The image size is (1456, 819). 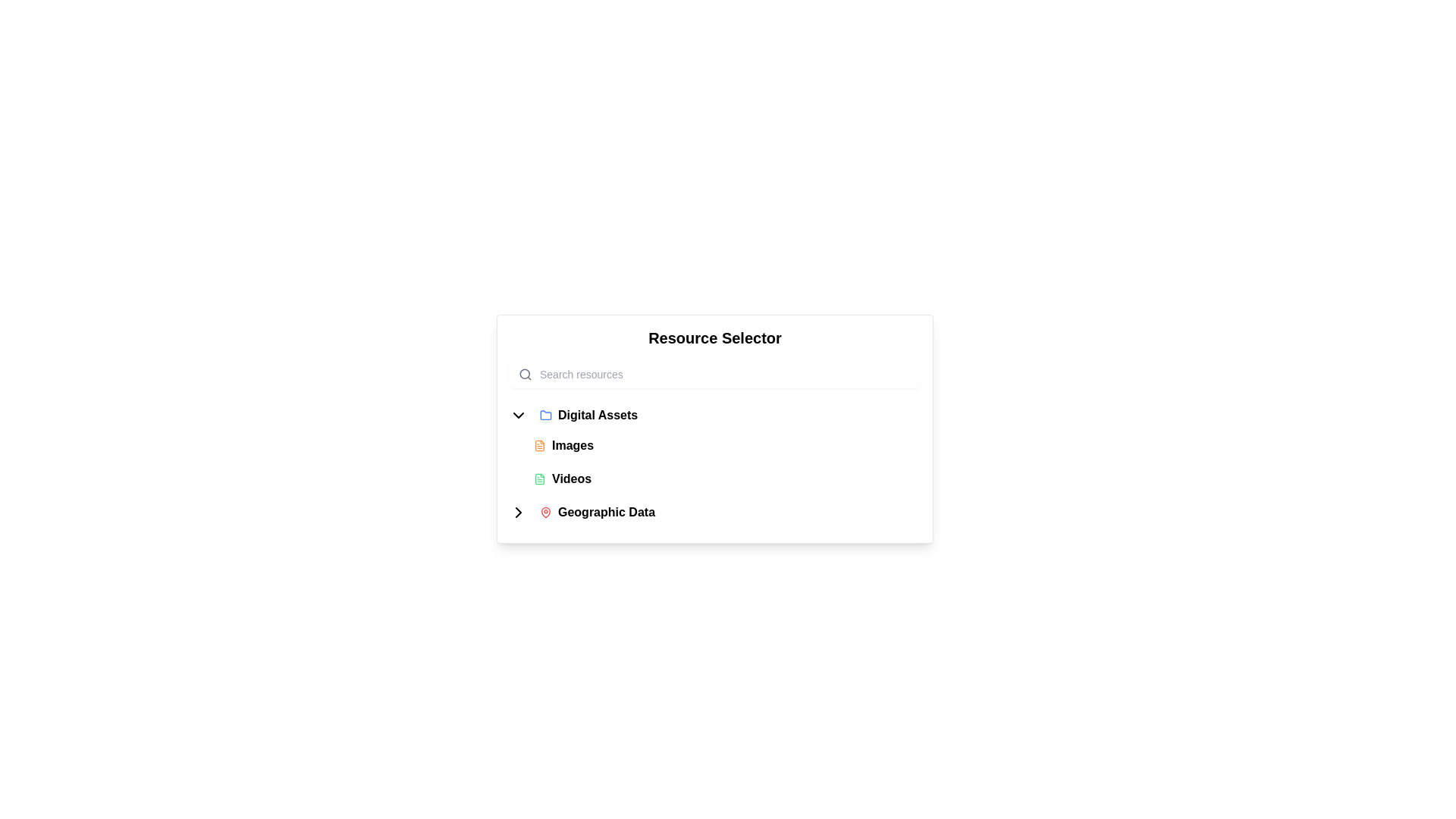 I want to click on the 'Geographic Data' text label within the collapsible menu, so click(x=607, y=512).